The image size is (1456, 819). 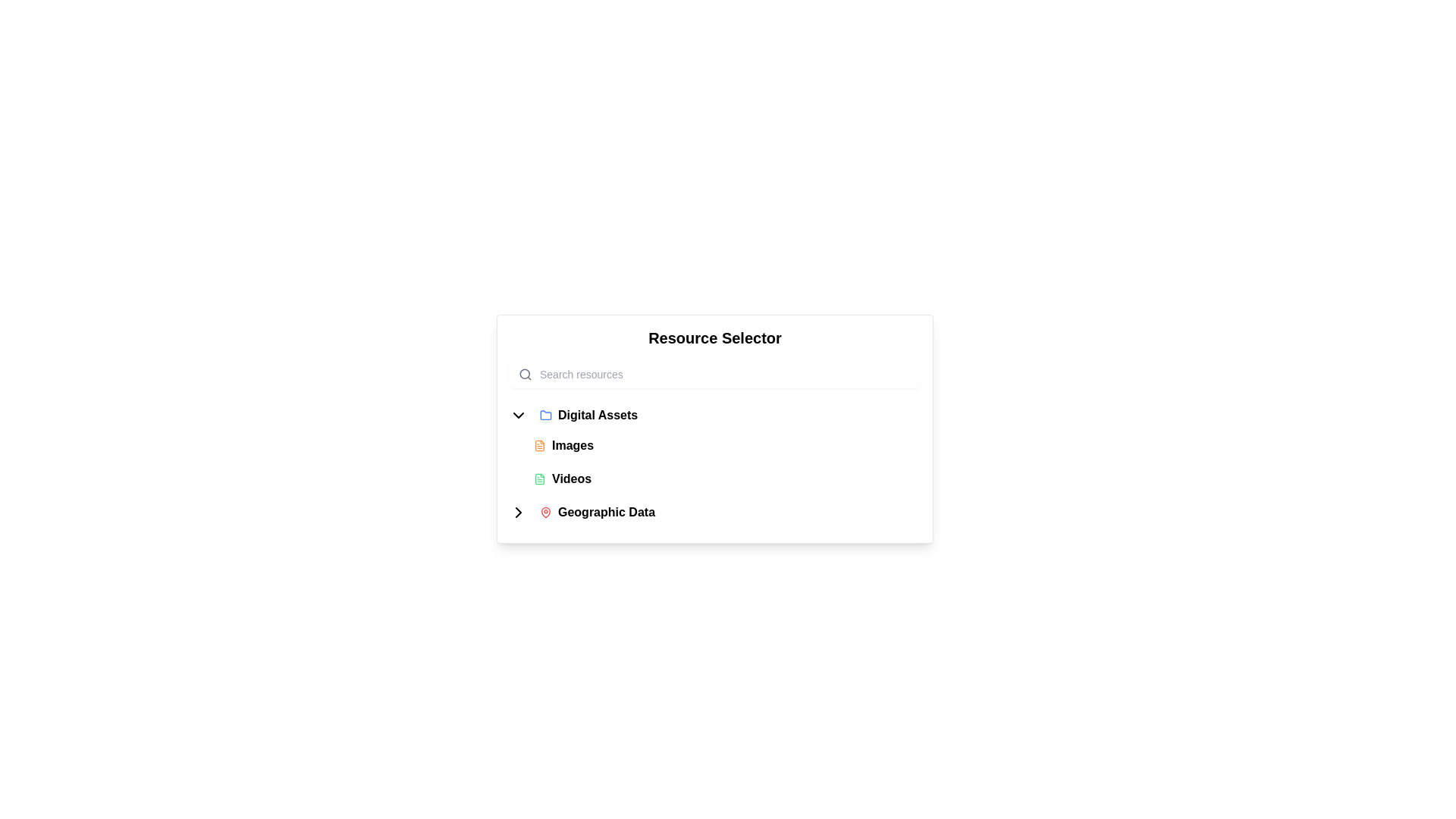 I want to click on the 'Geographic Data' text label within the collapsible menu, so click(x=607, y=512).